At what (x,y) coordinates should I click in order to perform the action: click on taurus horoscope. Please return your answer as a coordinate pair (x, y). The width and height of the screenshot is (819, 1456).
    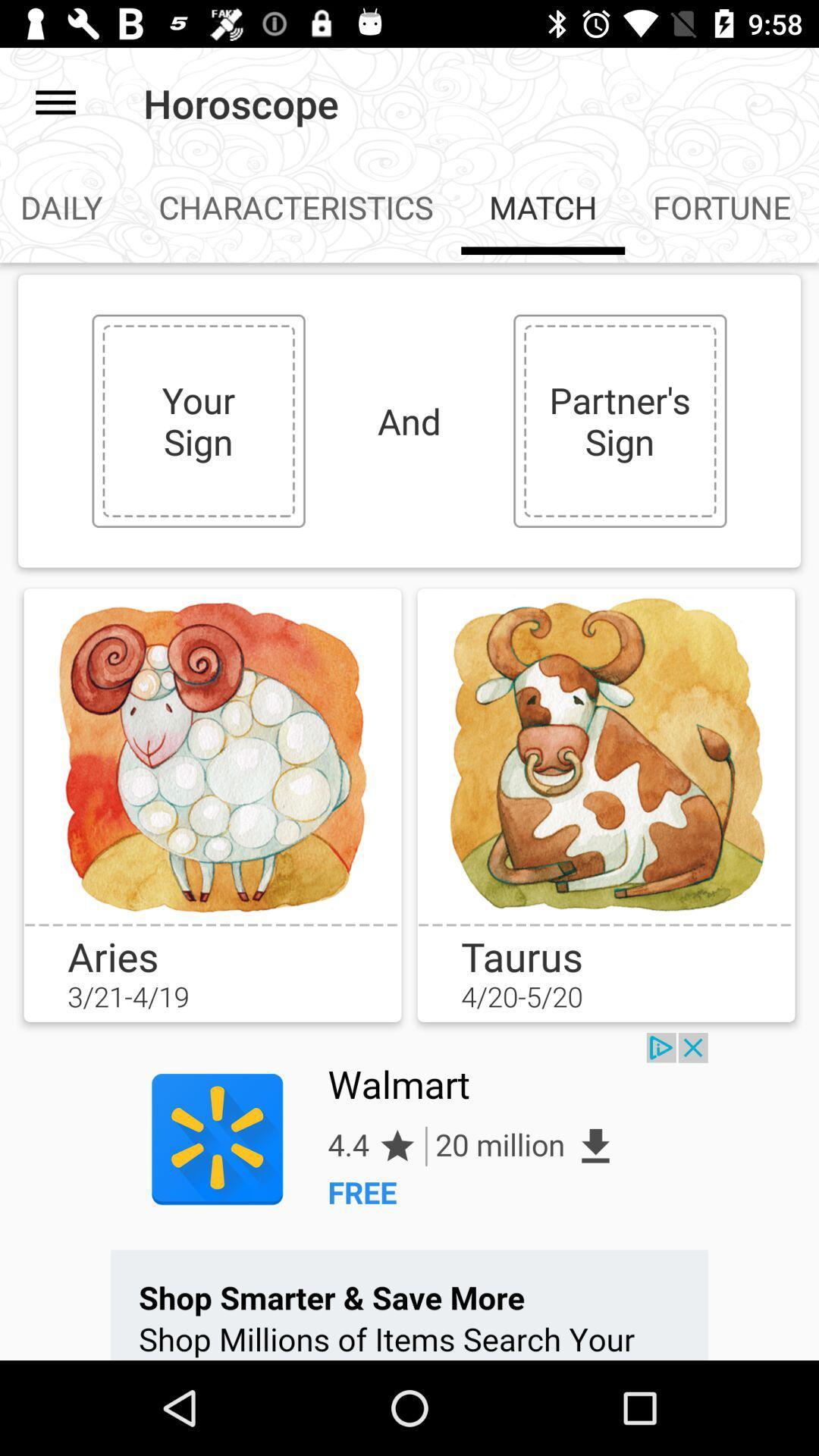
    Looking at the image, I should click on (605, 755).